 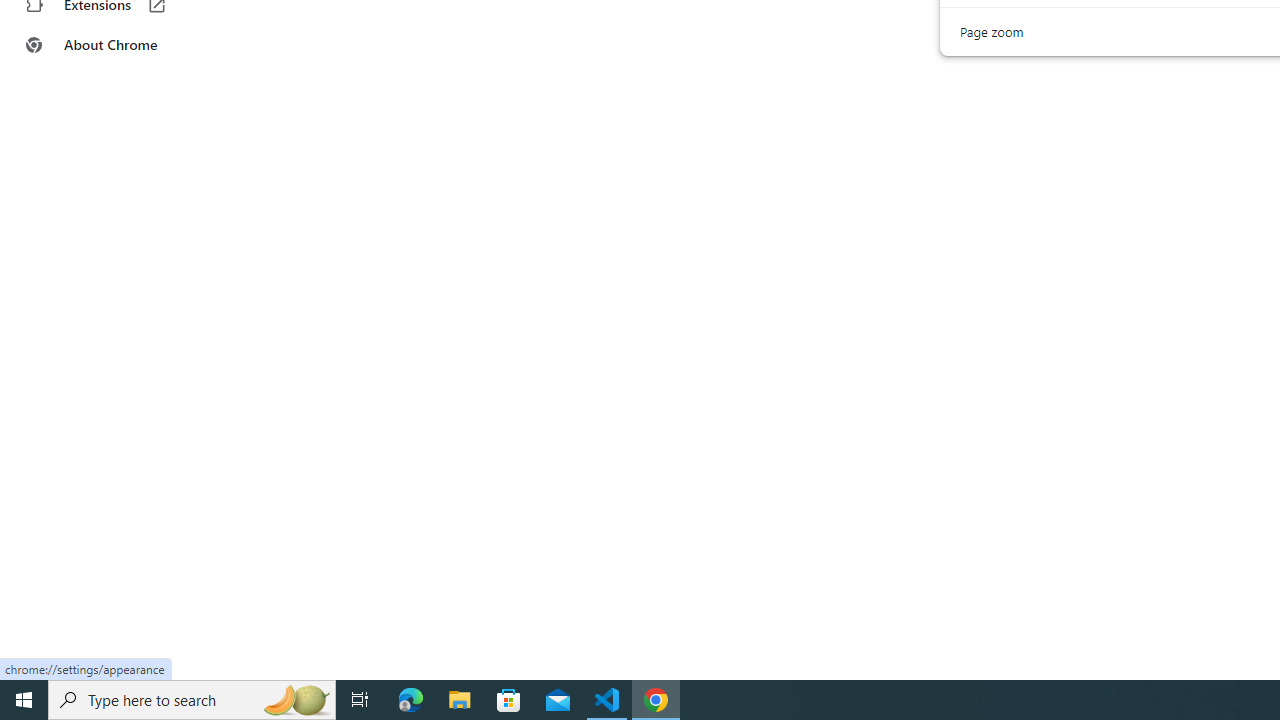 I want to click on 'About Chrome', so click(x=123, y=45).